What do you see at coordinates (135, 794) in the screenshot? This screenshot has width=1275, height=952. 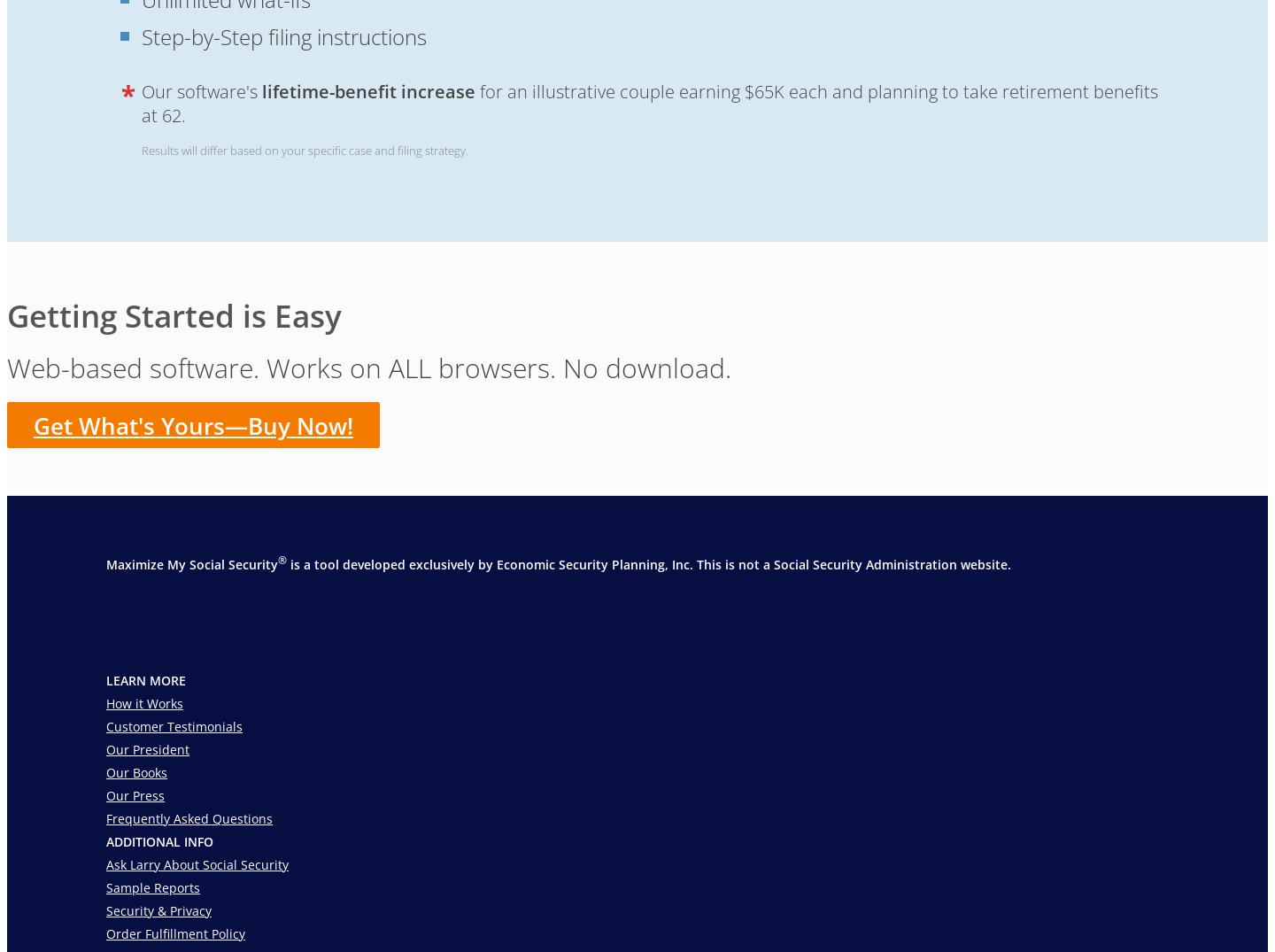 I see `'Our Press'` at bounding box center [135, 794].